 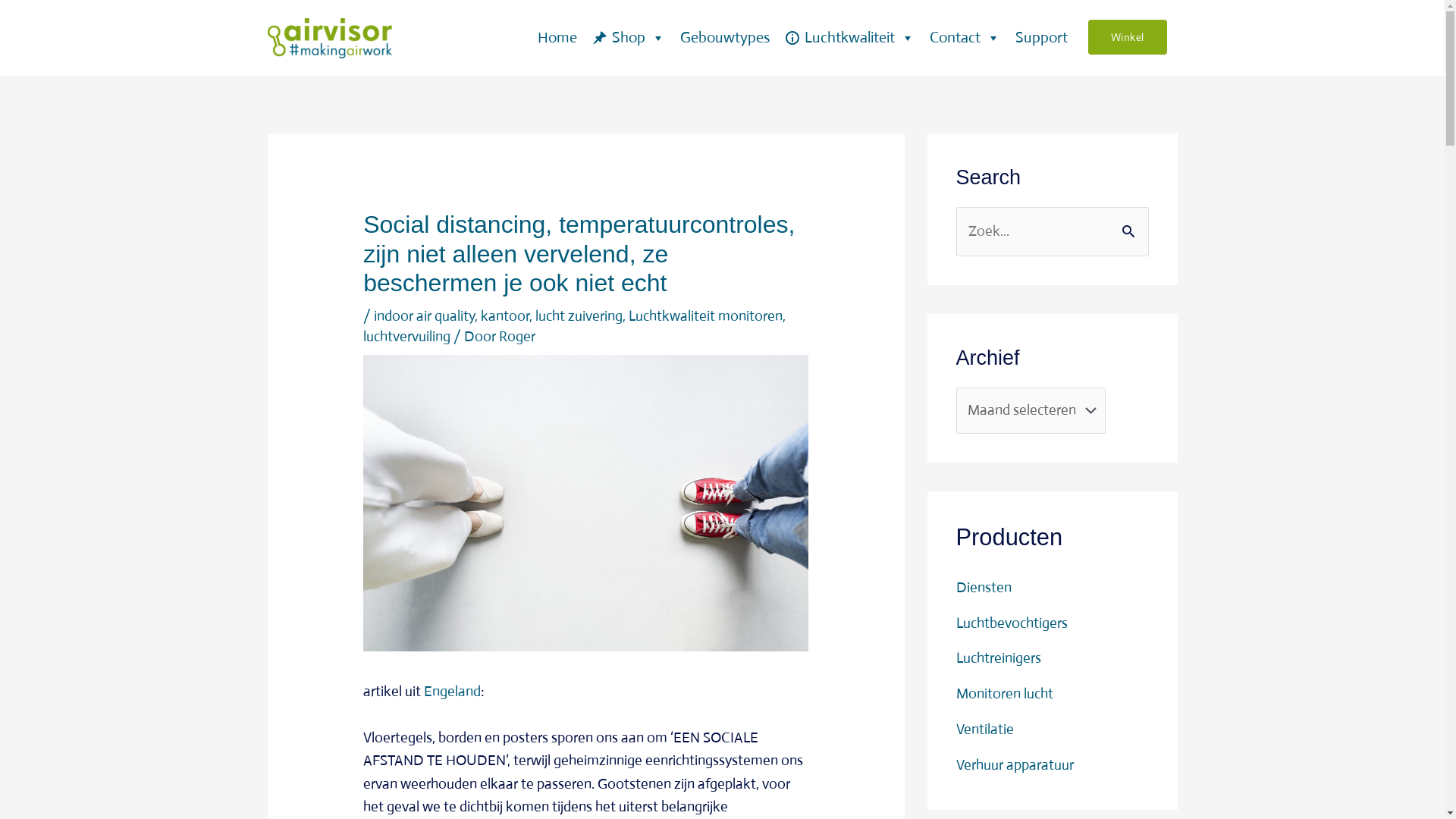 I want to click on 'luchtvervuiling', so click(x=406, y=335).